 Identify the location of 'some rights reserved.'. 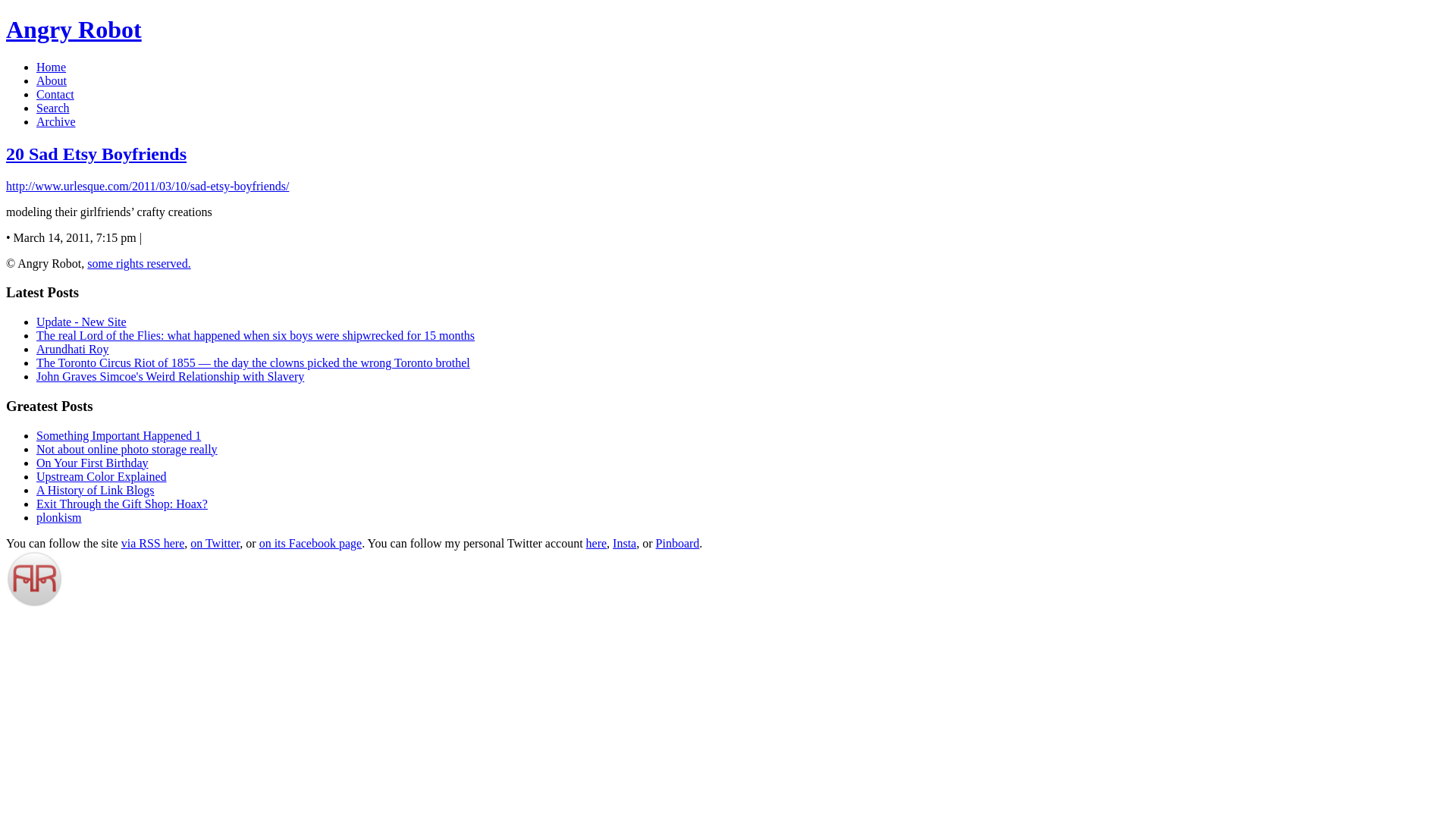
(86, 262).